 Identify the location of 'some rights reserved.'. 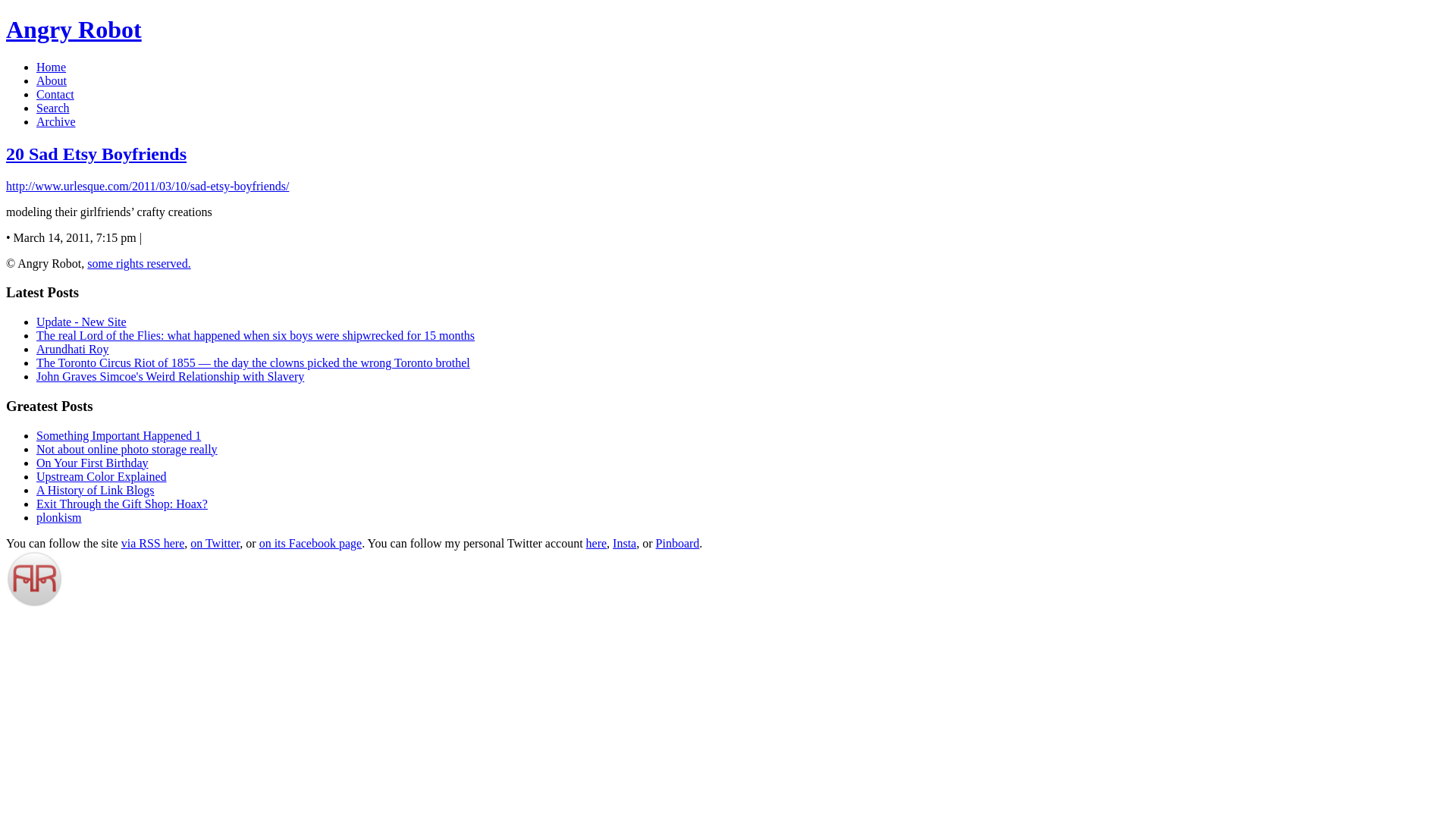
(86, 262).